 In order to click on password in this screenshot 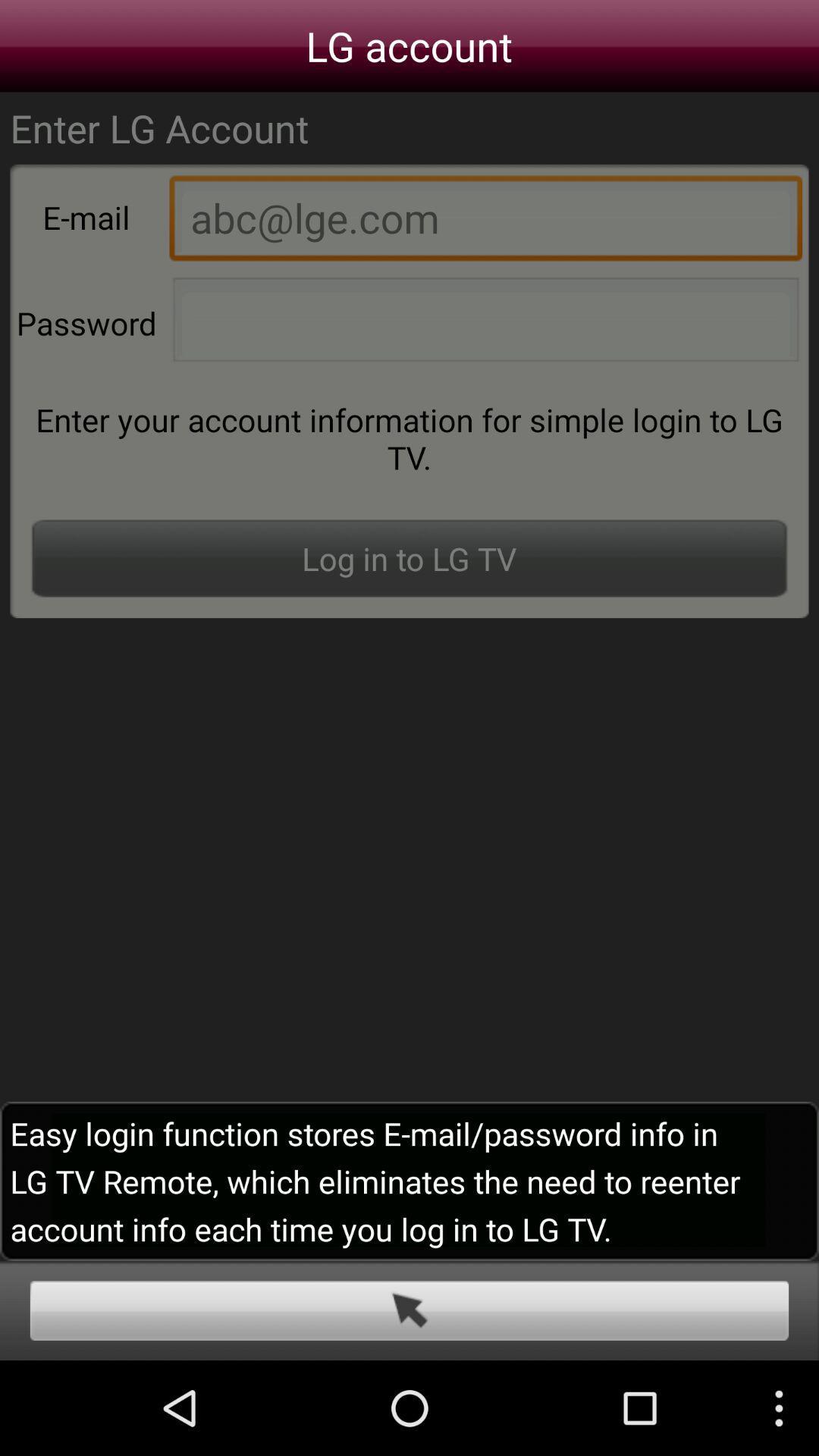, I will do `click(485, 323)`.